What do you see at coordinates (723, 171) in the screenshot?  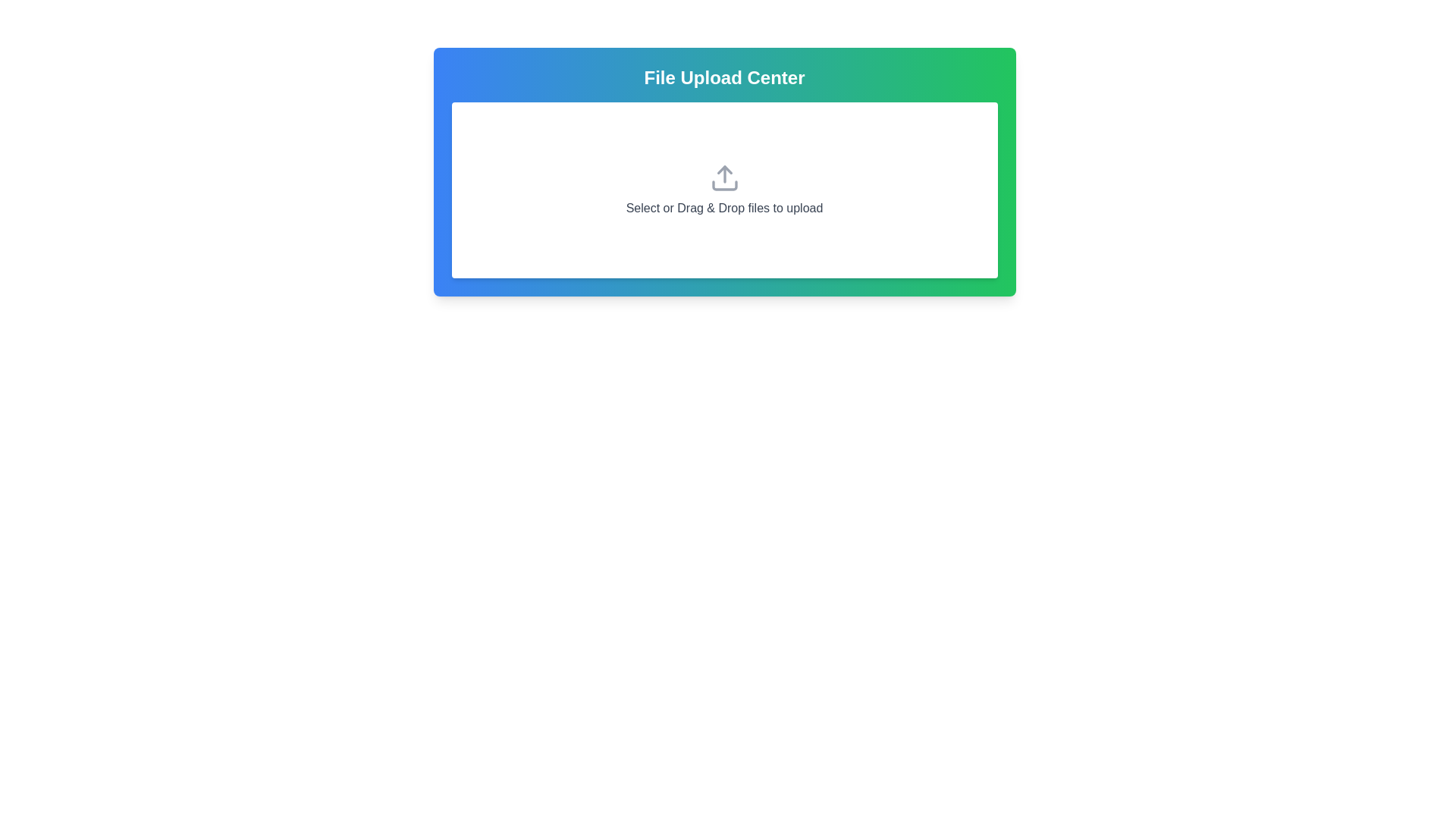 I see `the Interactive file upload panel, which is centrally located and serves as the main component for initiating file uploads` at bounding box center [723, 171].